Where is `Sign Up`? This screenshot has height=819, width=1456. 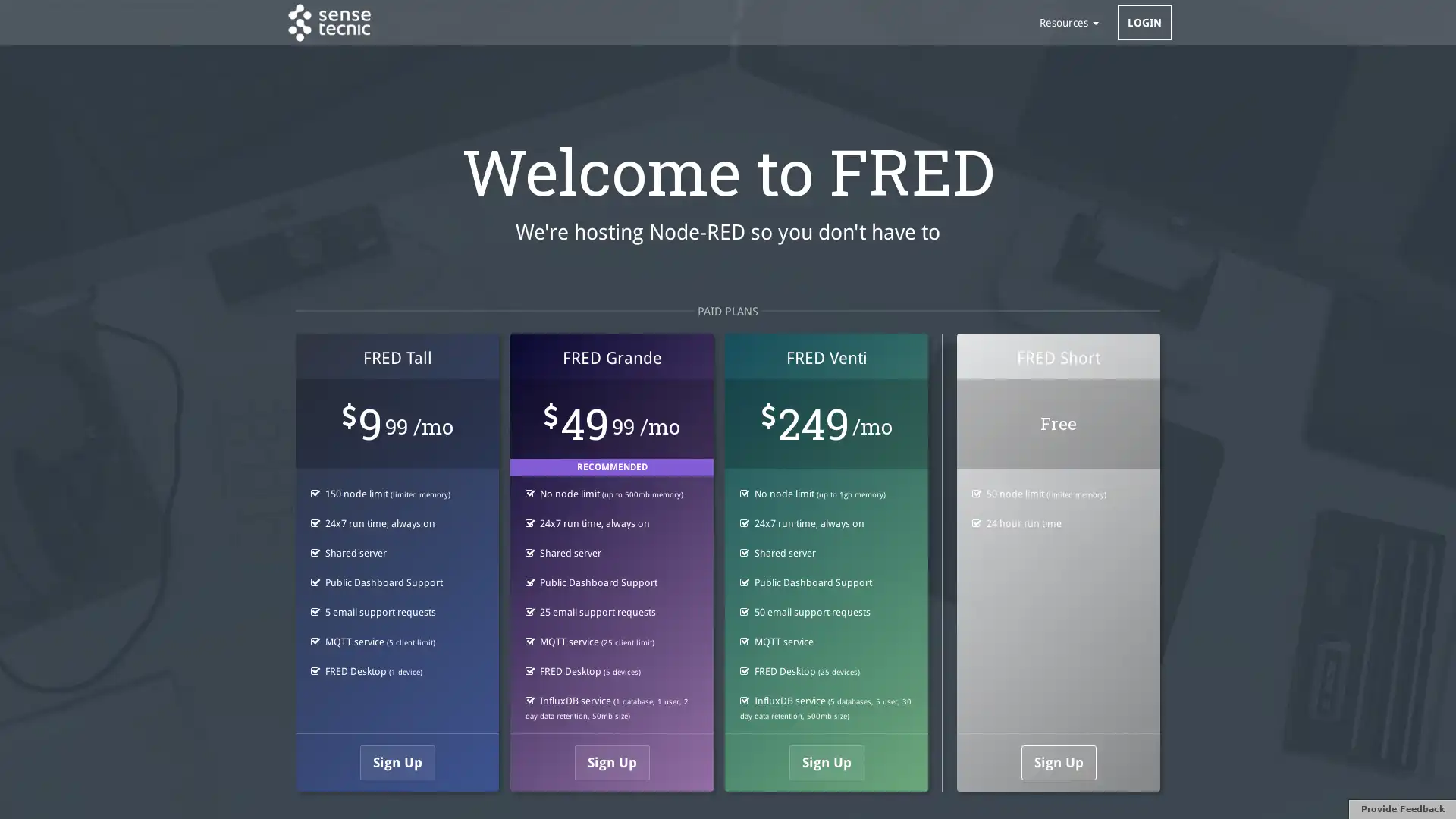
Sign Up is located at coordinates (397, 762).